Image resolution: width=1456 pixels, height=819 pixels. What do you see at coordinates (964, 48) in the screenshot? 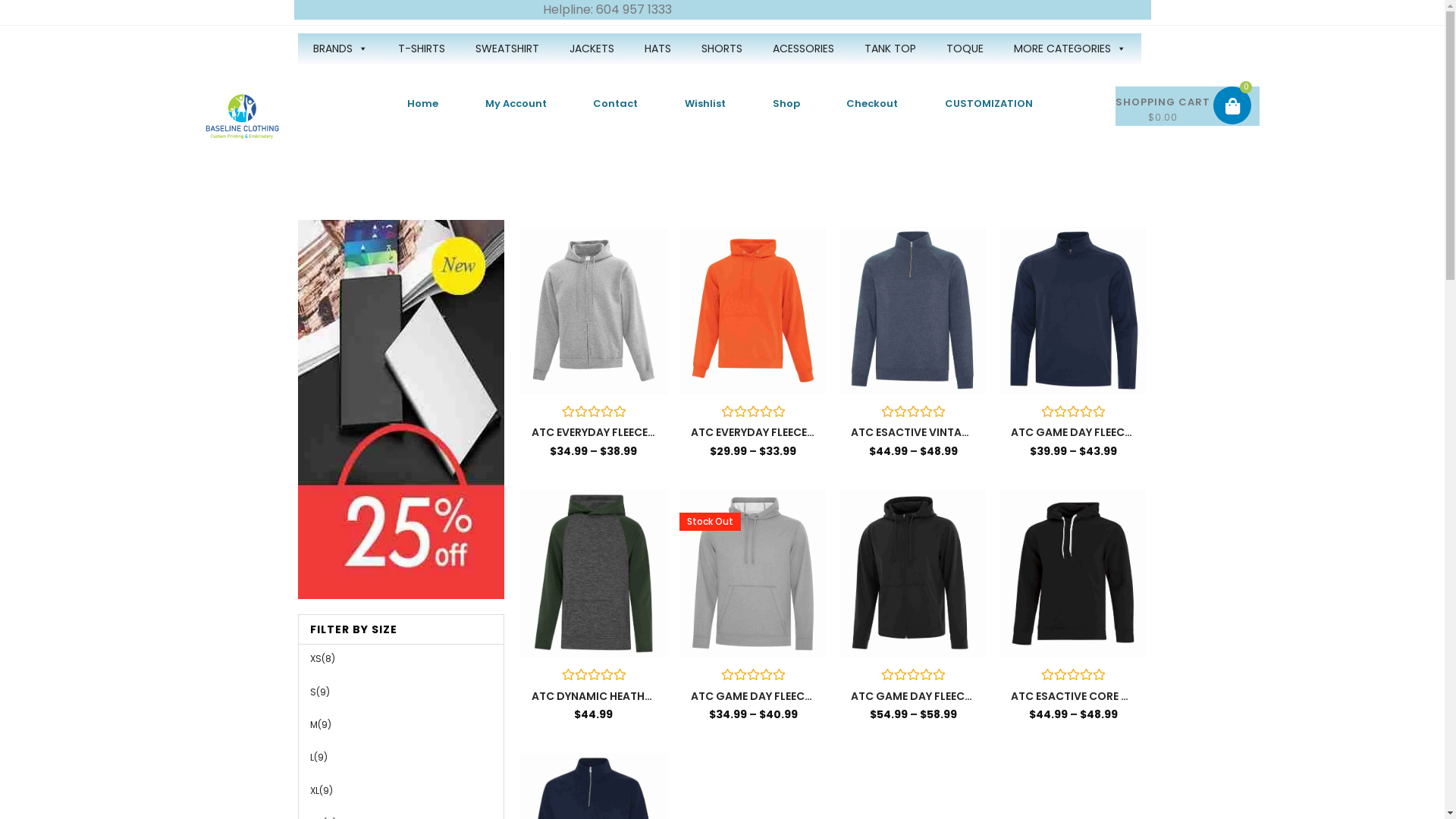
I see `'TOQUE'` at bounding box center [964, 48].